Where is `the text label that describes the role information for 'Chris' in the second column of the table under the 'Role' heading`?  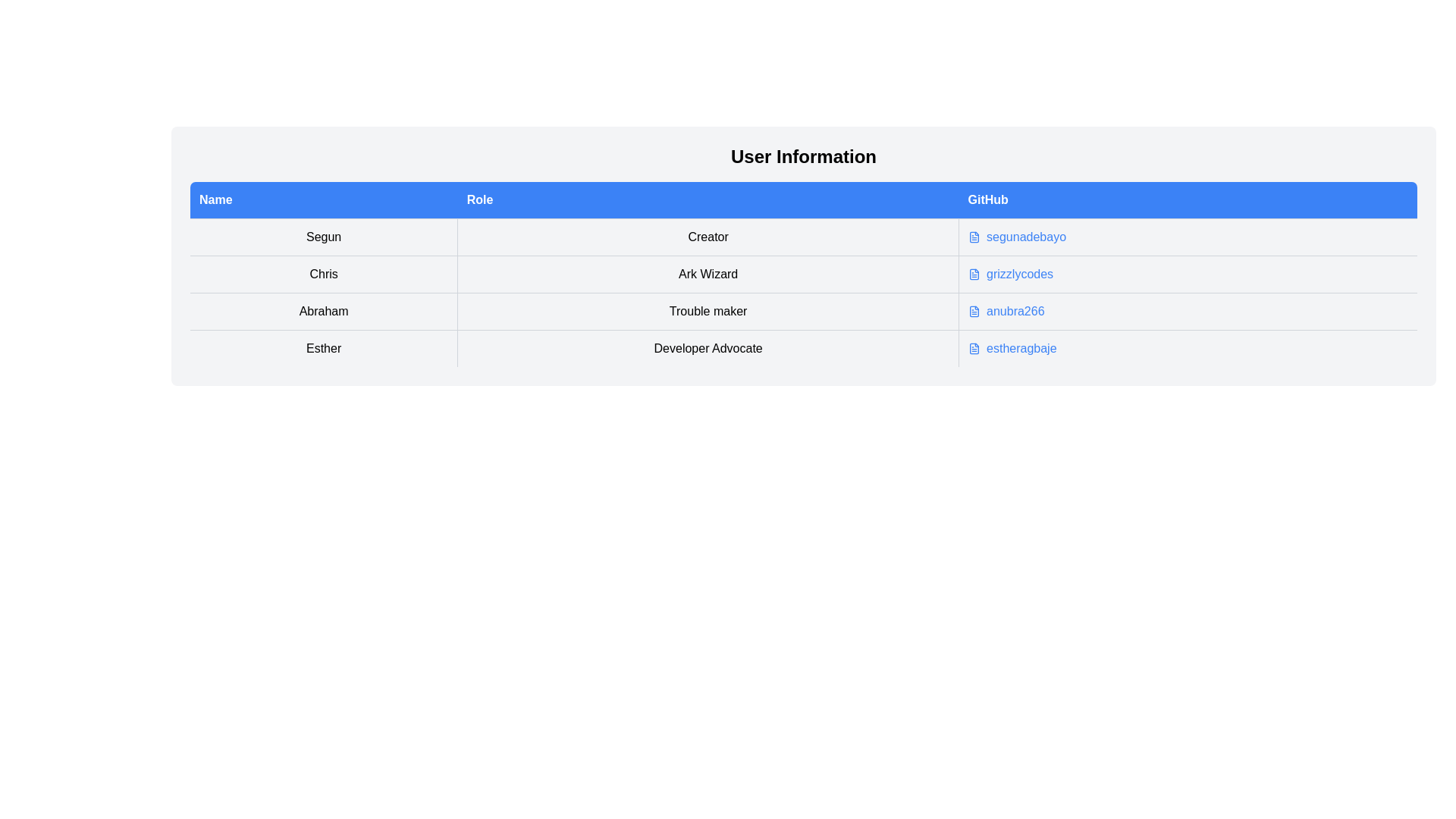 the text label that describes the role information for 'Chris' in the second column of the table under the 'Role' heading is located at coordinates (708, 275).